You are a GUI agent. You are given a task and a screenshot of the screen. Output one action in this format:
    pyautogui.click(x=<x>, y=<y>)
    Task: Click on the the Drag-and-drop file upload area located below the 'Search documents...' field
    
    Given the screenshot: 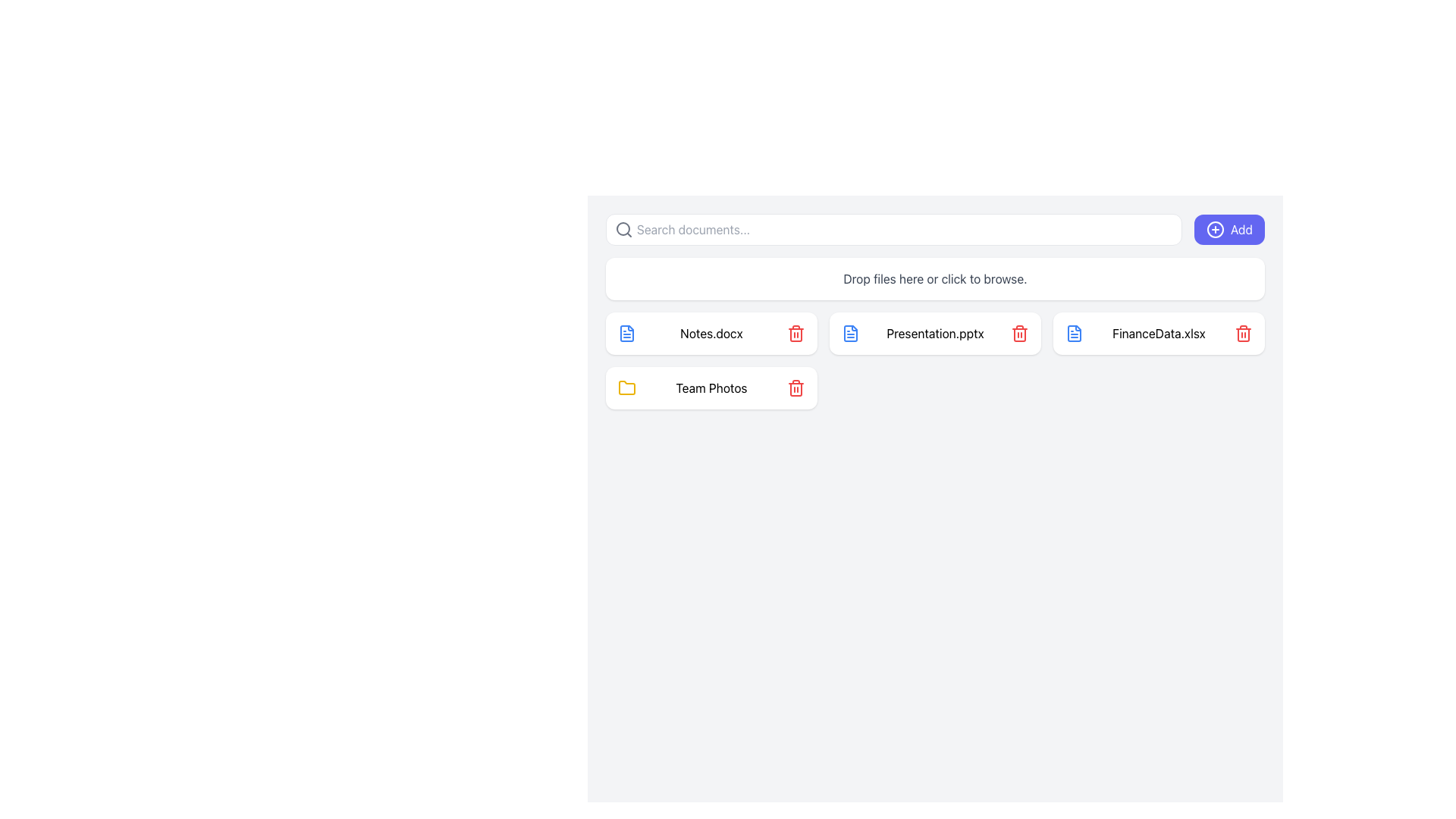 What is the action you would take?
    pyautogui.click(x=934, y=278)
    